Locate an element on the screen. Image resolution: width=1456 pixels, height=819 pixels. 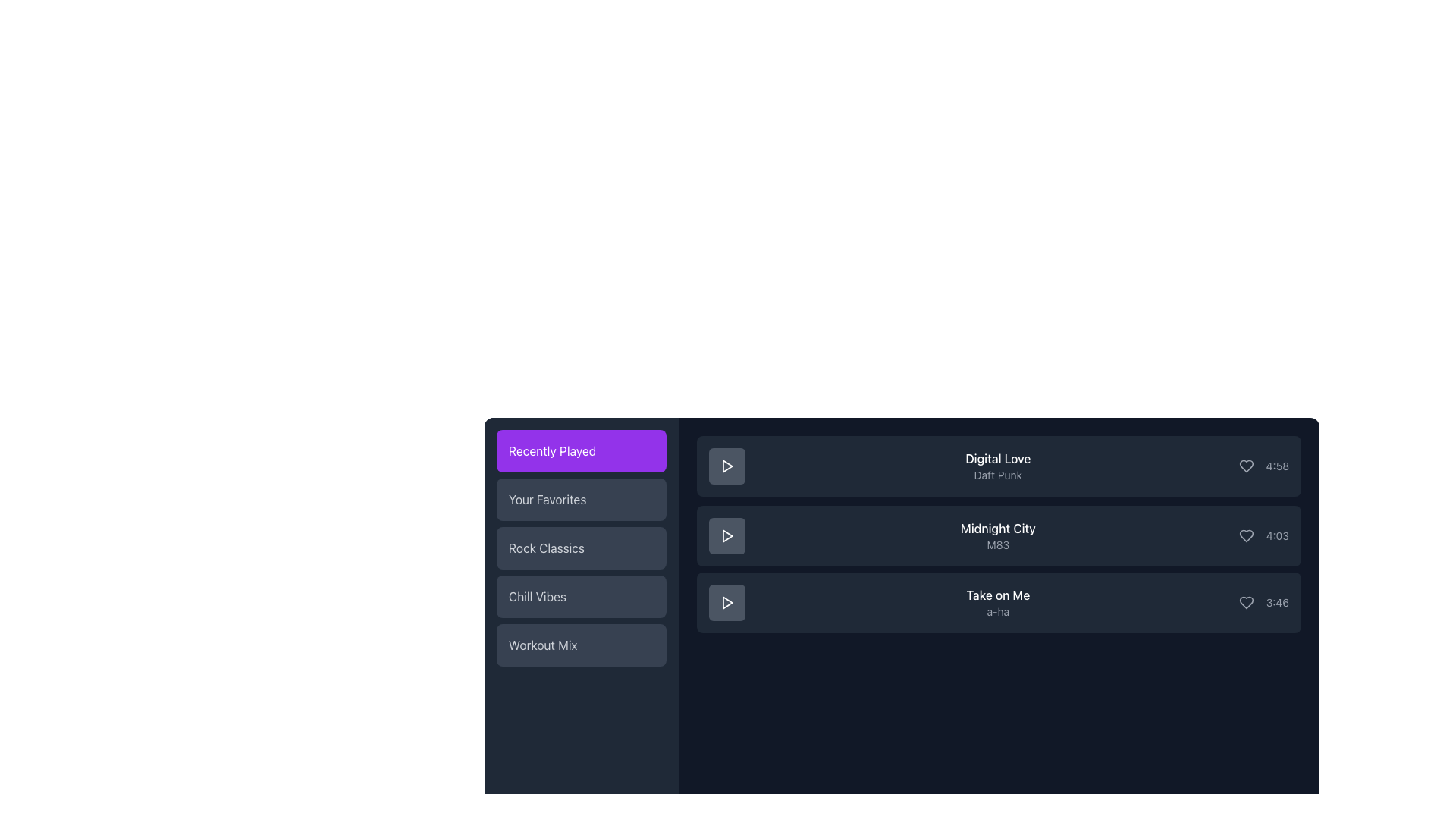
the uppermost play button, which is a small triangle icon on a dark gray or black rounded rectangular button, located to the left of the track title 'Digital Love' is located at coordinates (726, 465).